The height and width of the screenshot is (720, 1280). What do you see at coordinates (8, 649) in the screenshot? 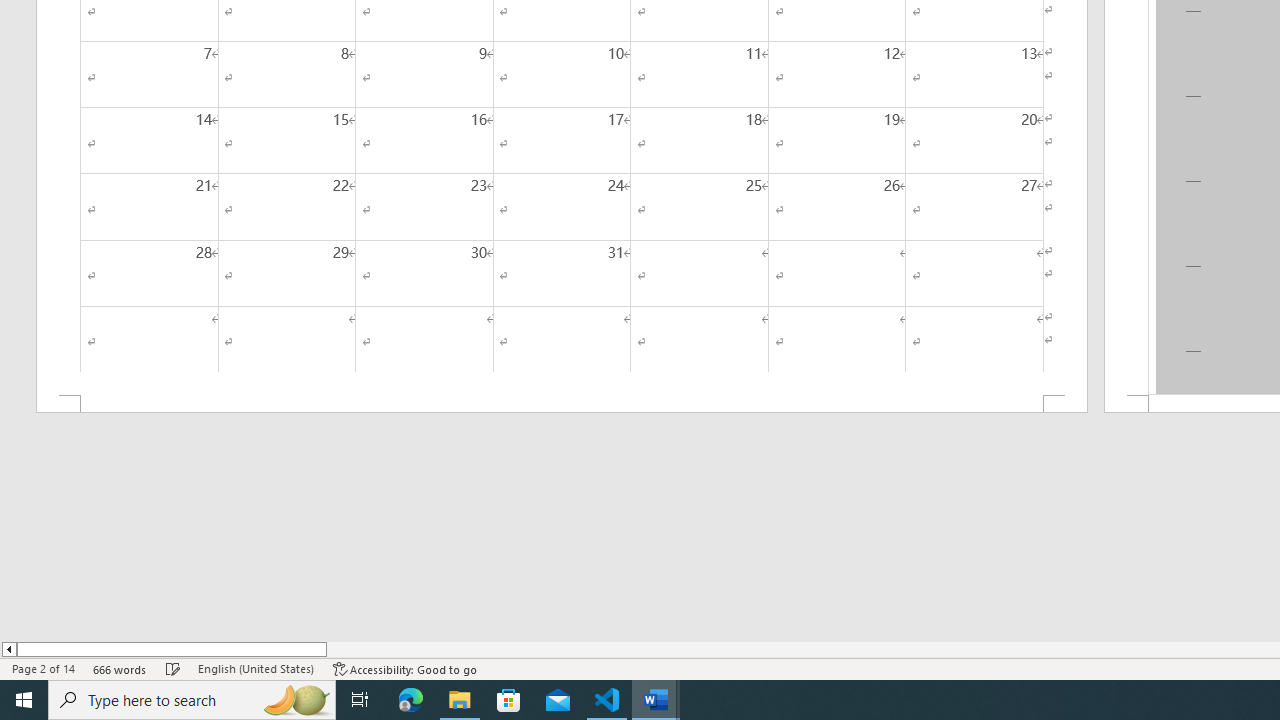
I see `'Column left'` at bounding box center [8, 649].